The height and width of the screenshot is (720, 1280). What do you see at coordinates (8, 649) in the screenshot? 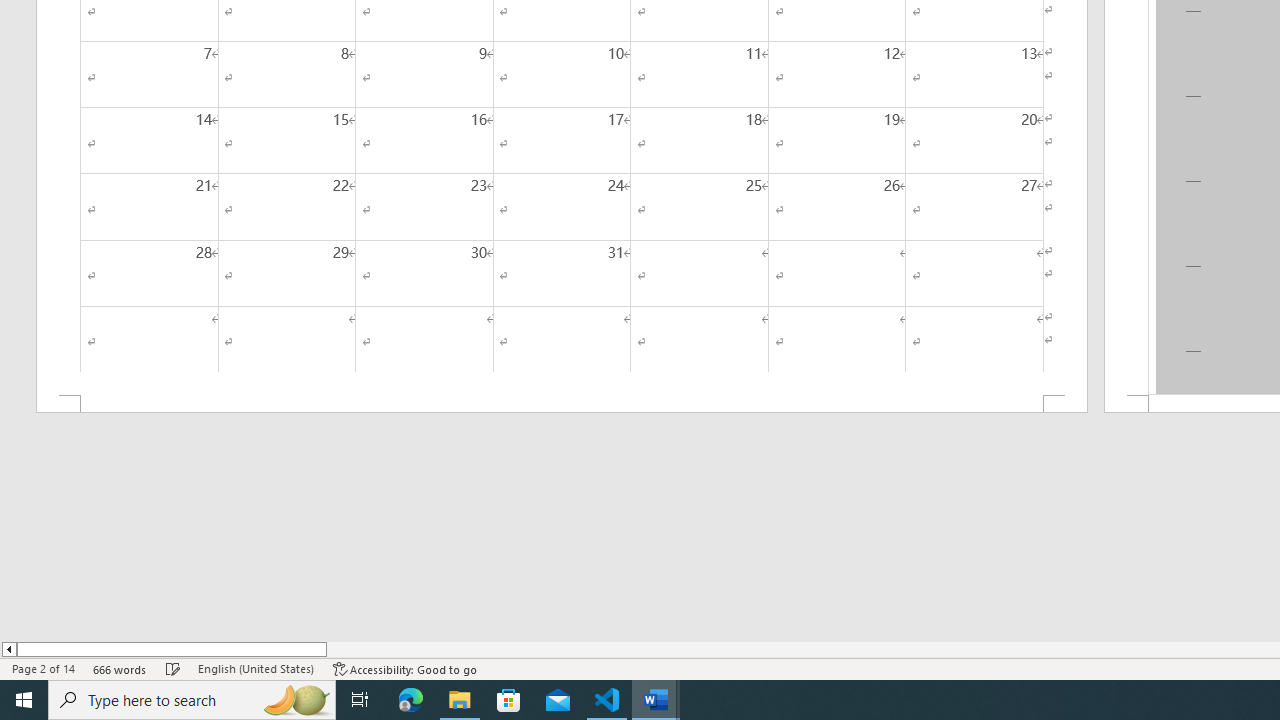
I see `'Column left'` at bounding box center [8, 649].